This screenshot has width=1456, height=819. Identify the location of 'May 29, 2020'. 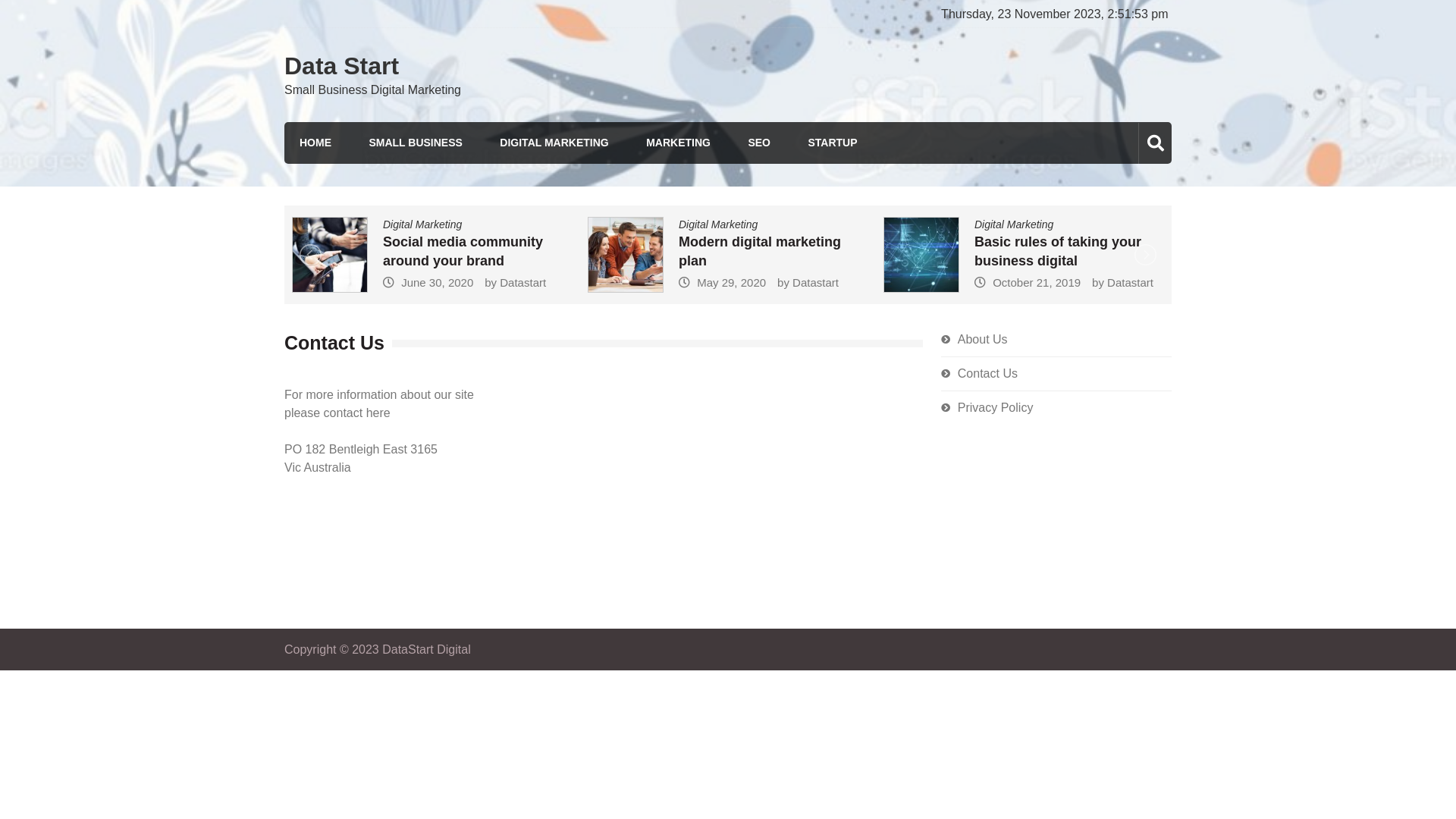
(789, 282).